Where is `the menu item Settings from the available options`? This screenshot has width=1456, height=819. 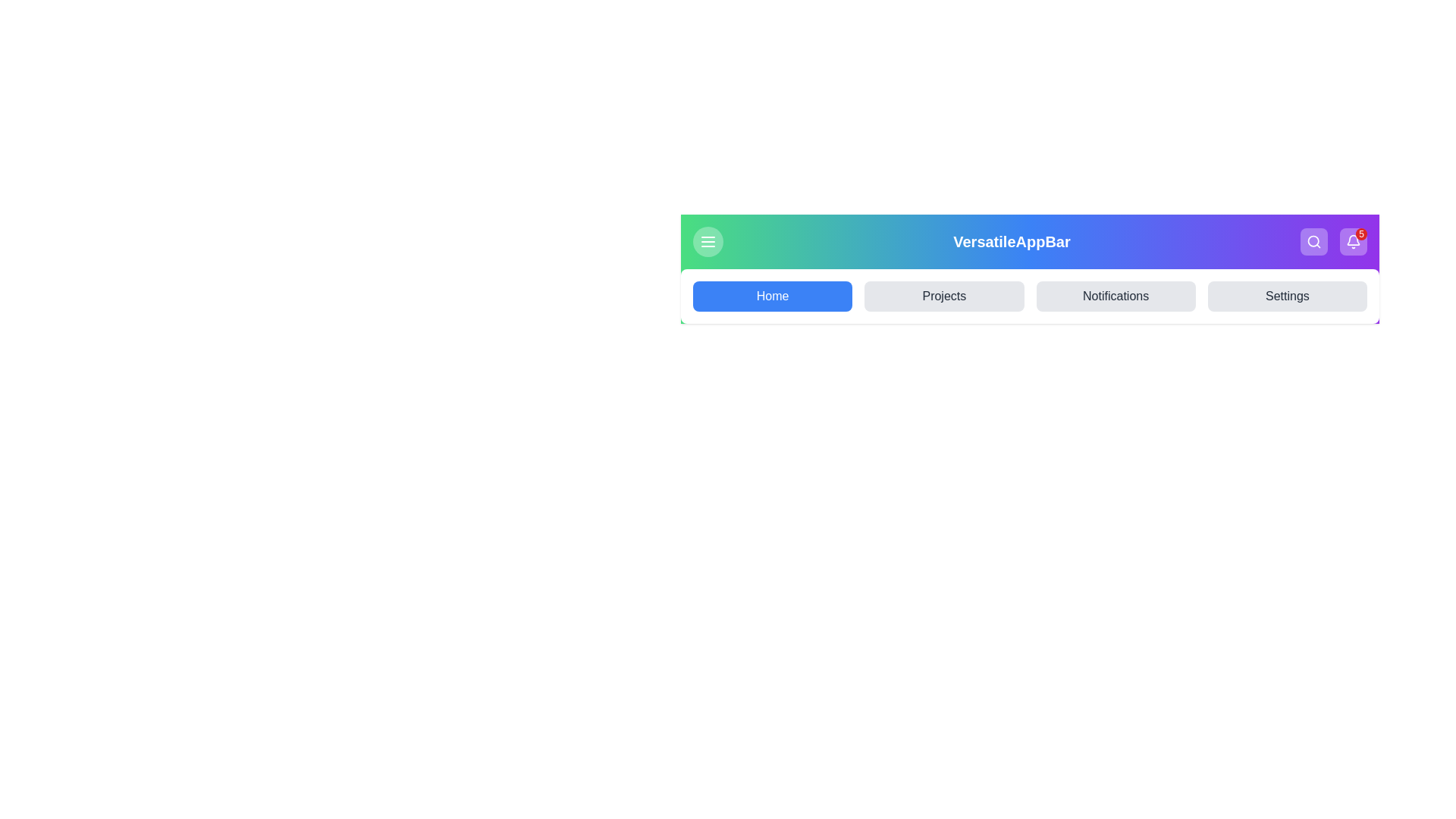 the menu item Settings from the available options is located at coordinates (1286, 296).